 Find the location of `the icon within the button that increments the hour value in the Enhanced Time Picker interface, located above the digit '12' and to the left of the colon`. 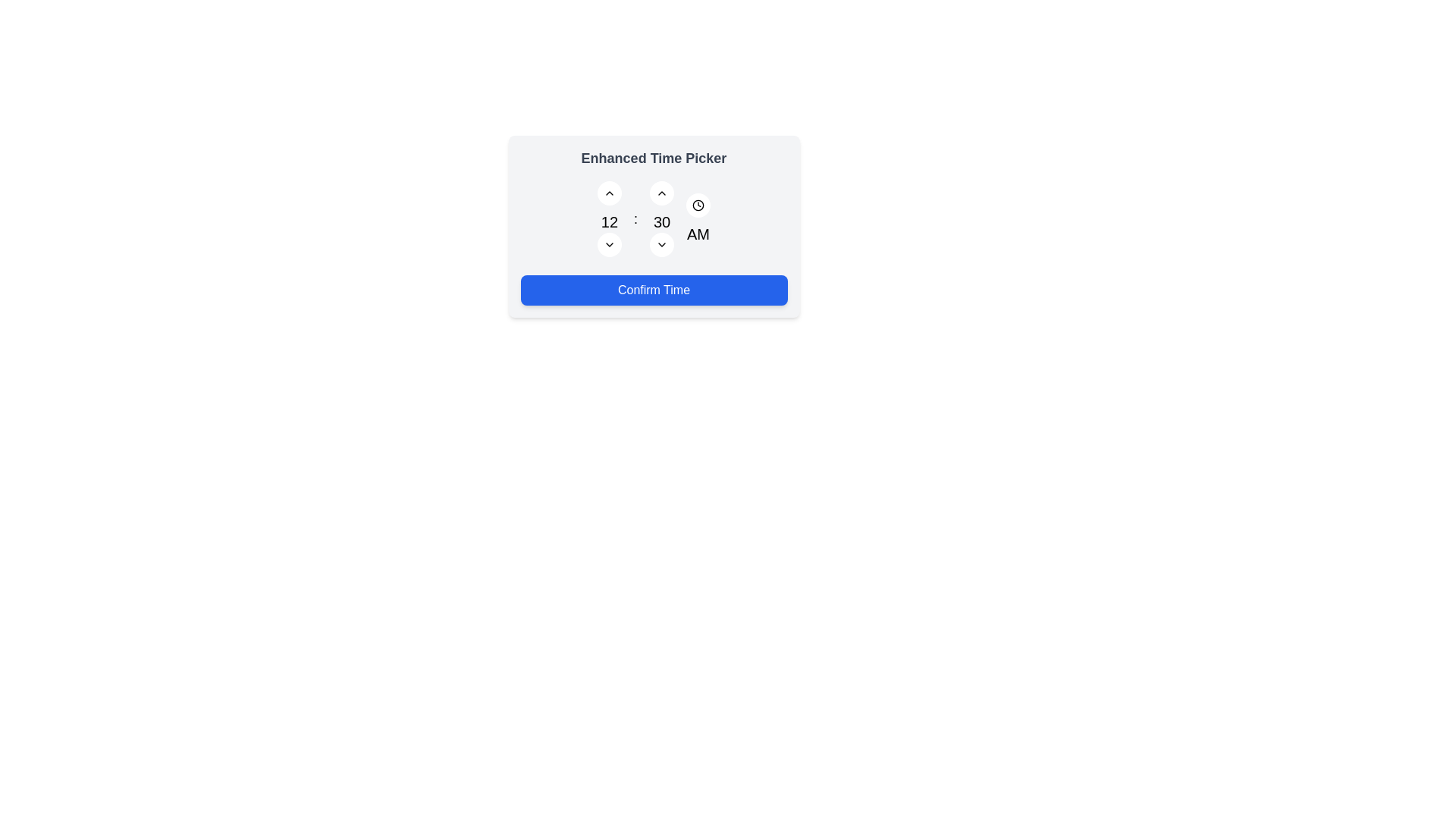

the icon within the button that increments the hour value in the Enhanced Time Picker interface, located above the digit '12' and to the left of the colon is located at coordinates (662, 192).